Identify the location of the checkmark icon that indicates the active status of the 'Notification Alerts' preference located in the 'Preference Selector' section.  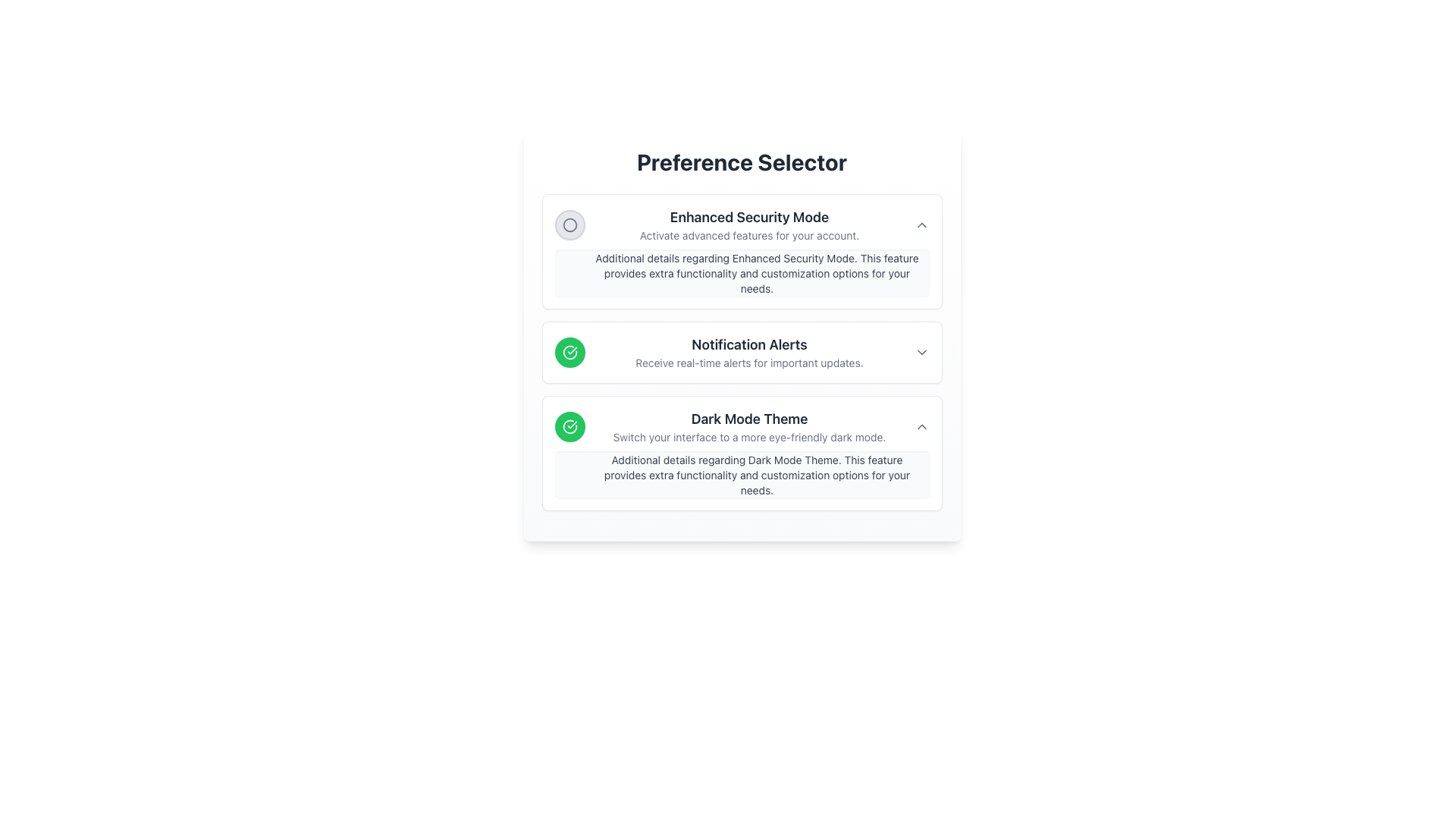
(569, 353).